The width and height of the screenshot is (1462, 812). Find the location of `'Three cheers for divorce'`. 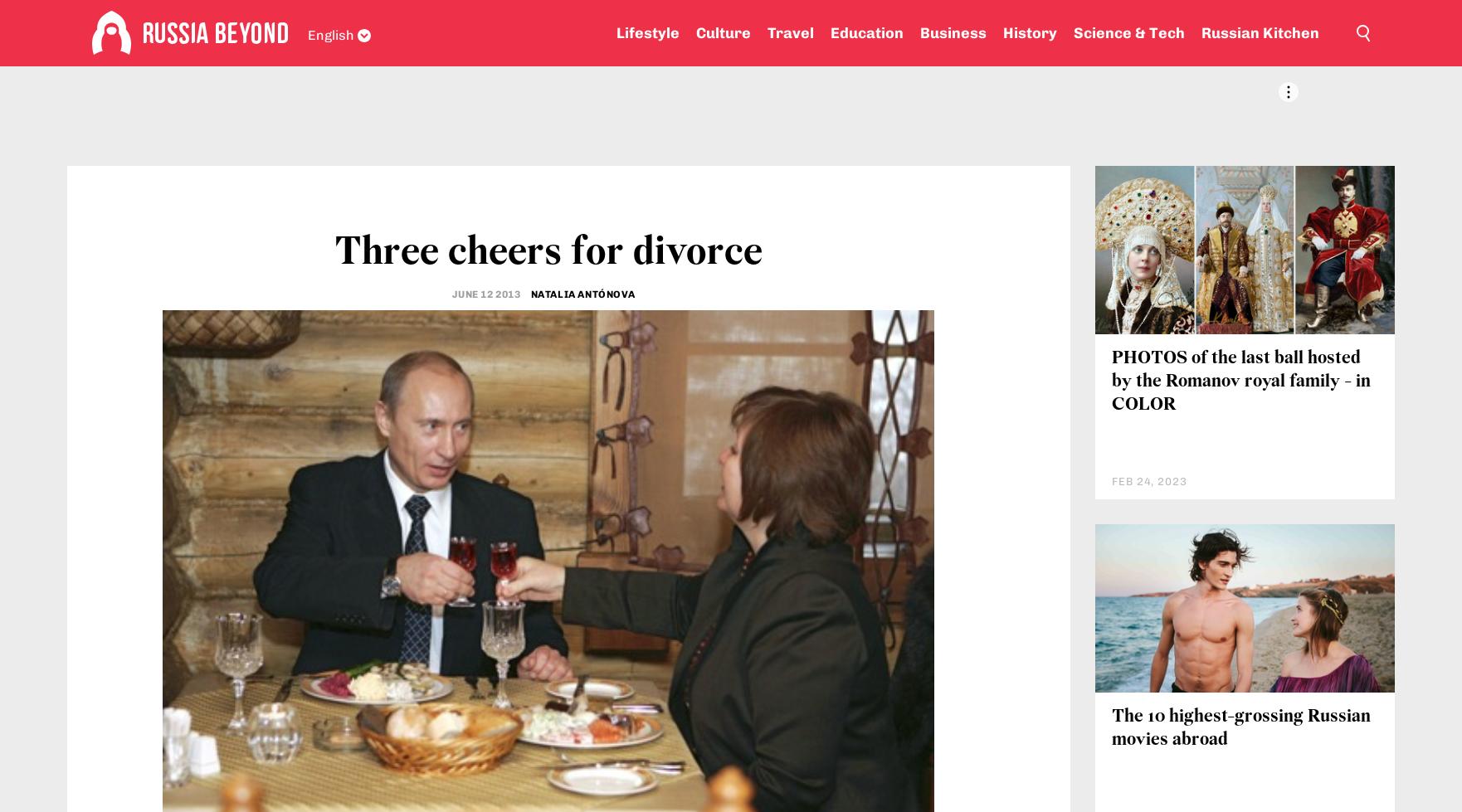

'Three cheers for divorce' is located at coordinates (334, 253).